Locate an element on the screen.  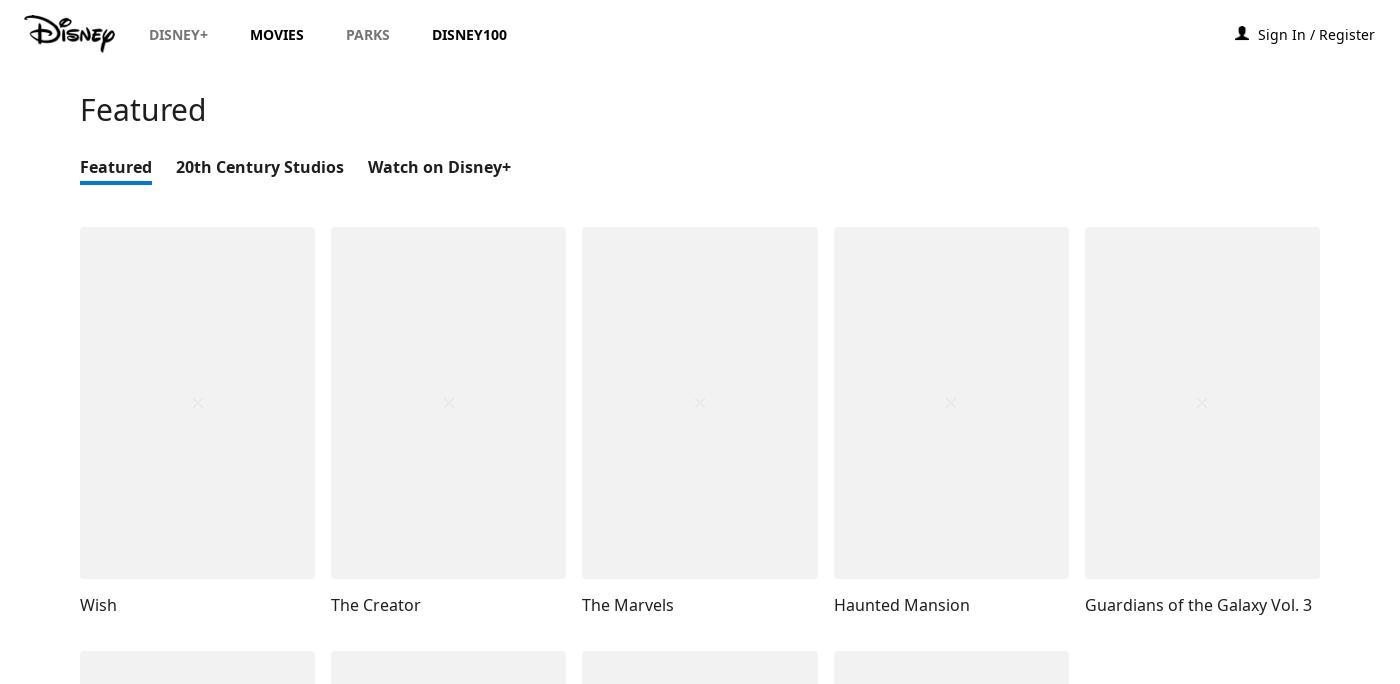
'The Creator' is located at coordinates (376, 604).